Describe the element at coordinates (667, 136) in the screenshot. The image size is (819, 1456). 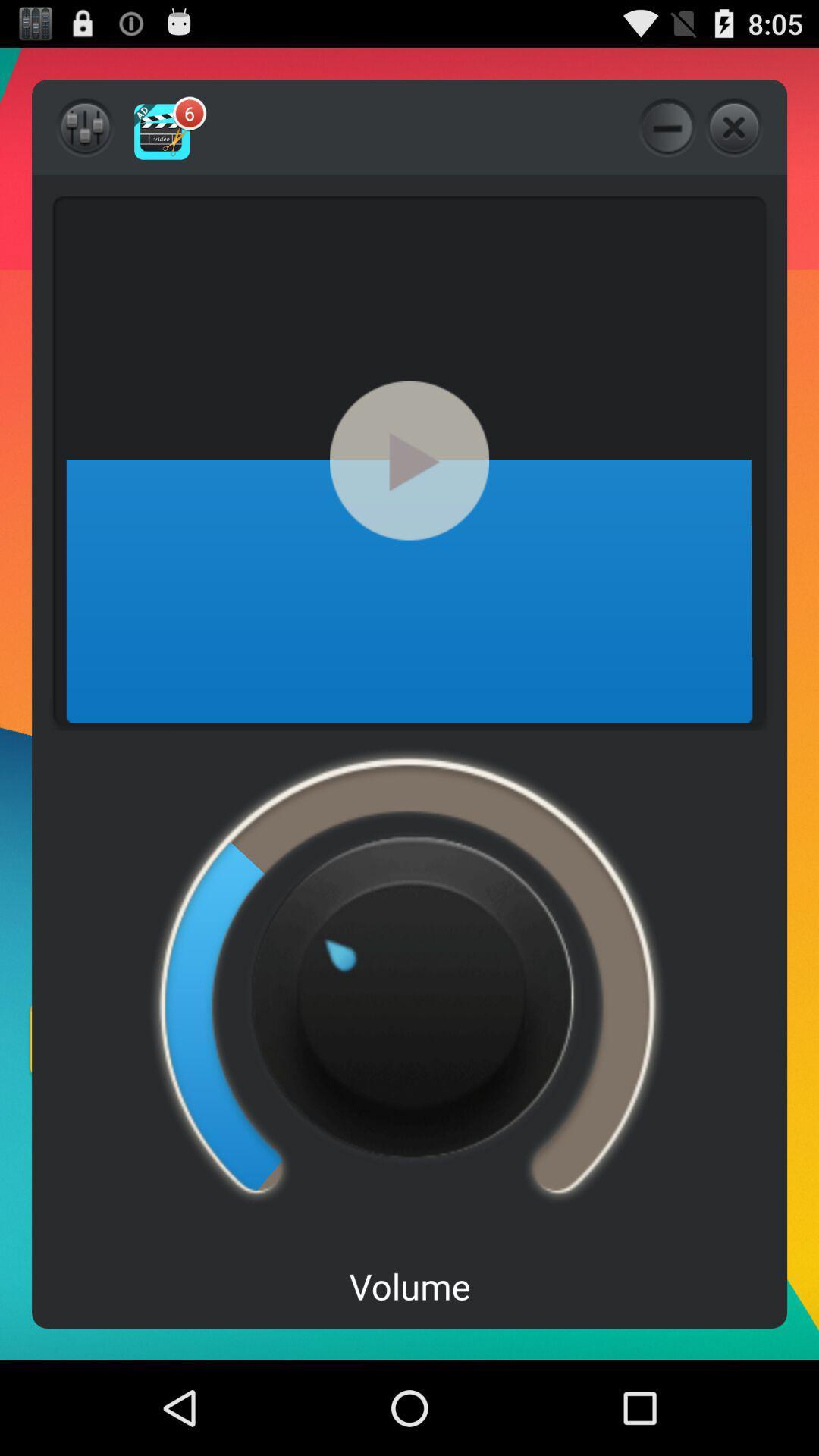
I see `the minus icon` at that location.